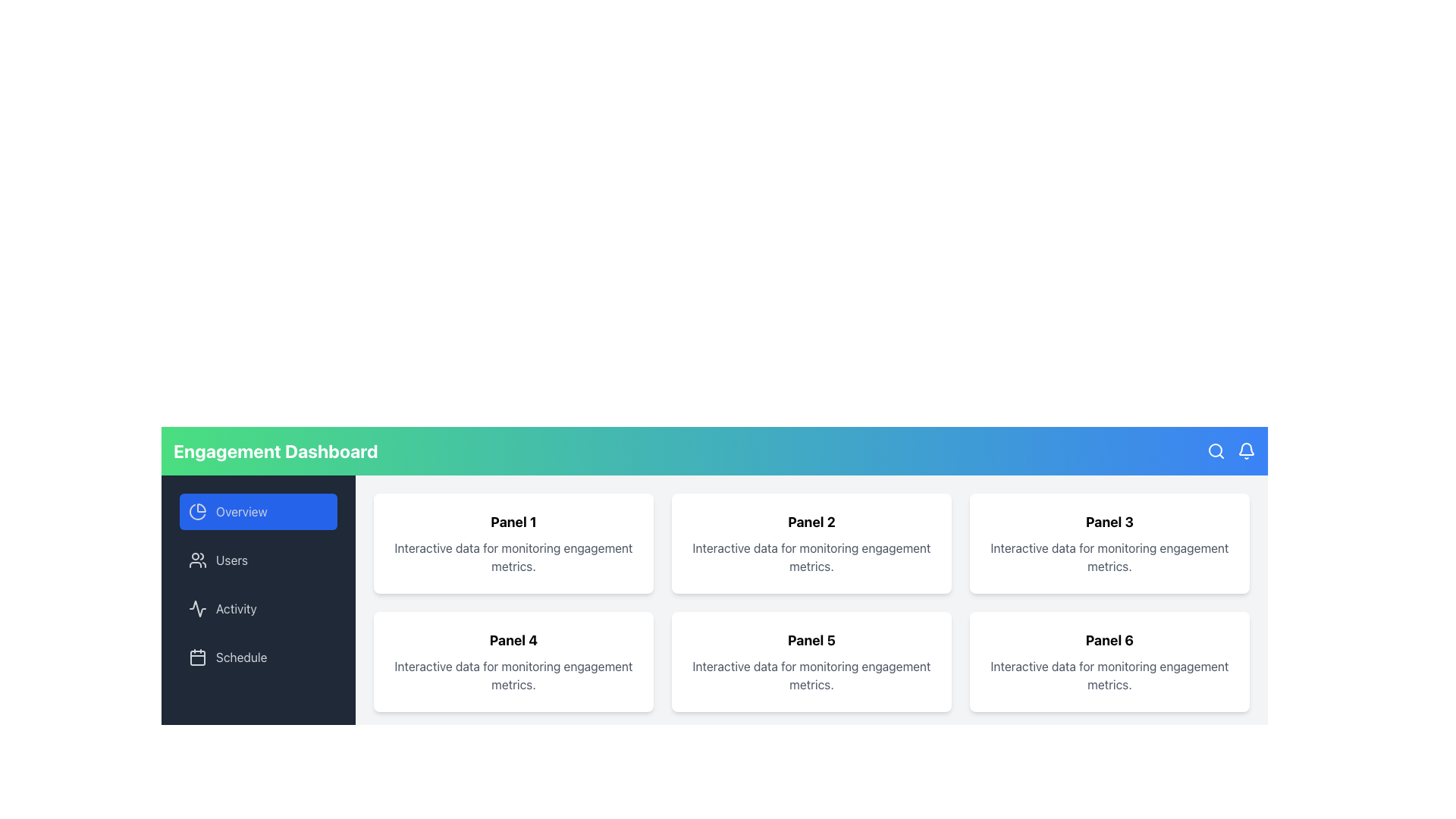 The image size is (1456, 819). Describe the element at coordinates (811, 675) in the screenshot. I see `descriptive text displayed in the Text Display element located within 'Panel 5', positioned in the bottom row, second from the left` at that location.